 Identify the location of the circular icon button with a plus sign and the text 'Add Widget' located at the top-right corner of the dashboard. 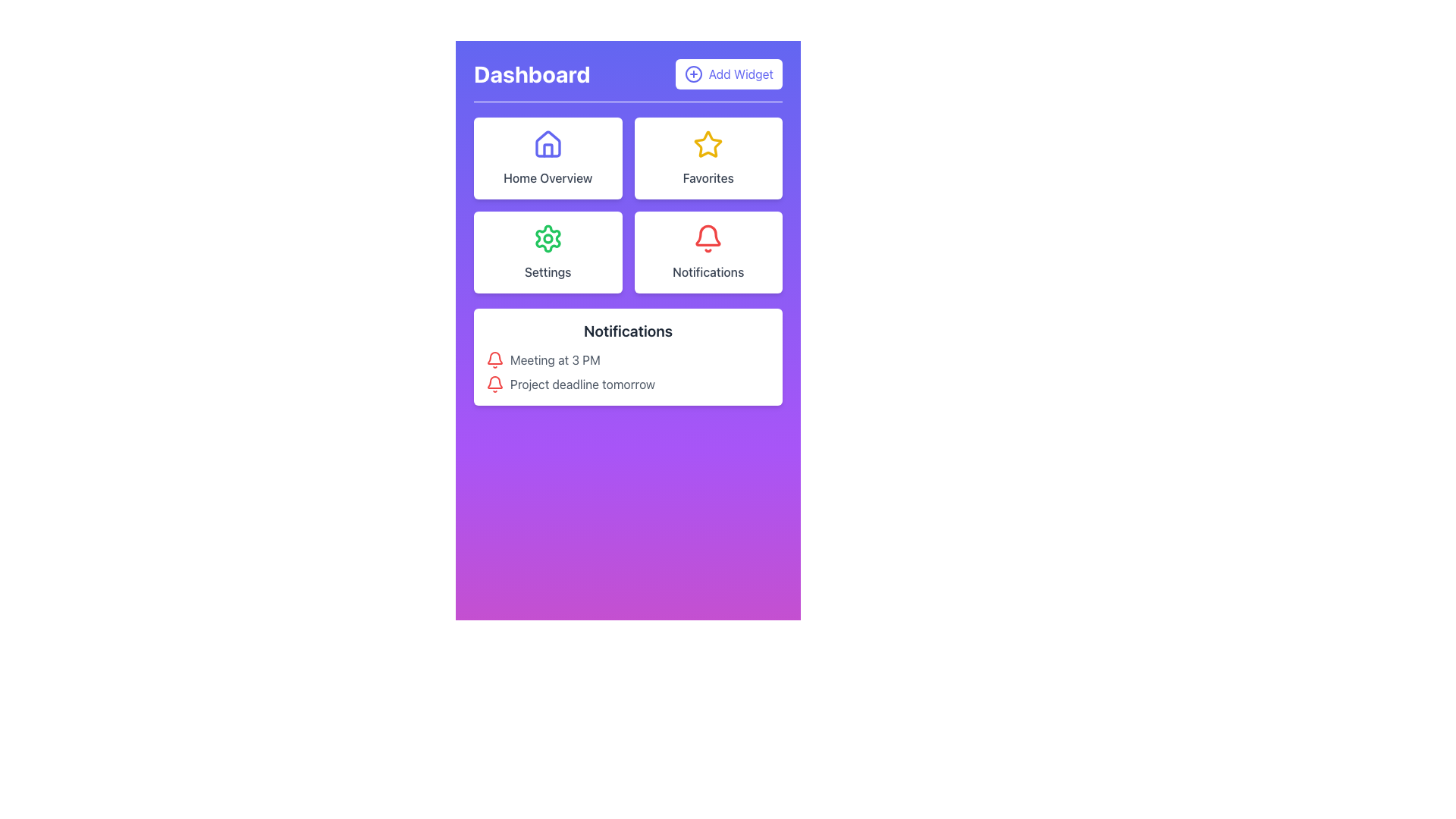
(692, 74).